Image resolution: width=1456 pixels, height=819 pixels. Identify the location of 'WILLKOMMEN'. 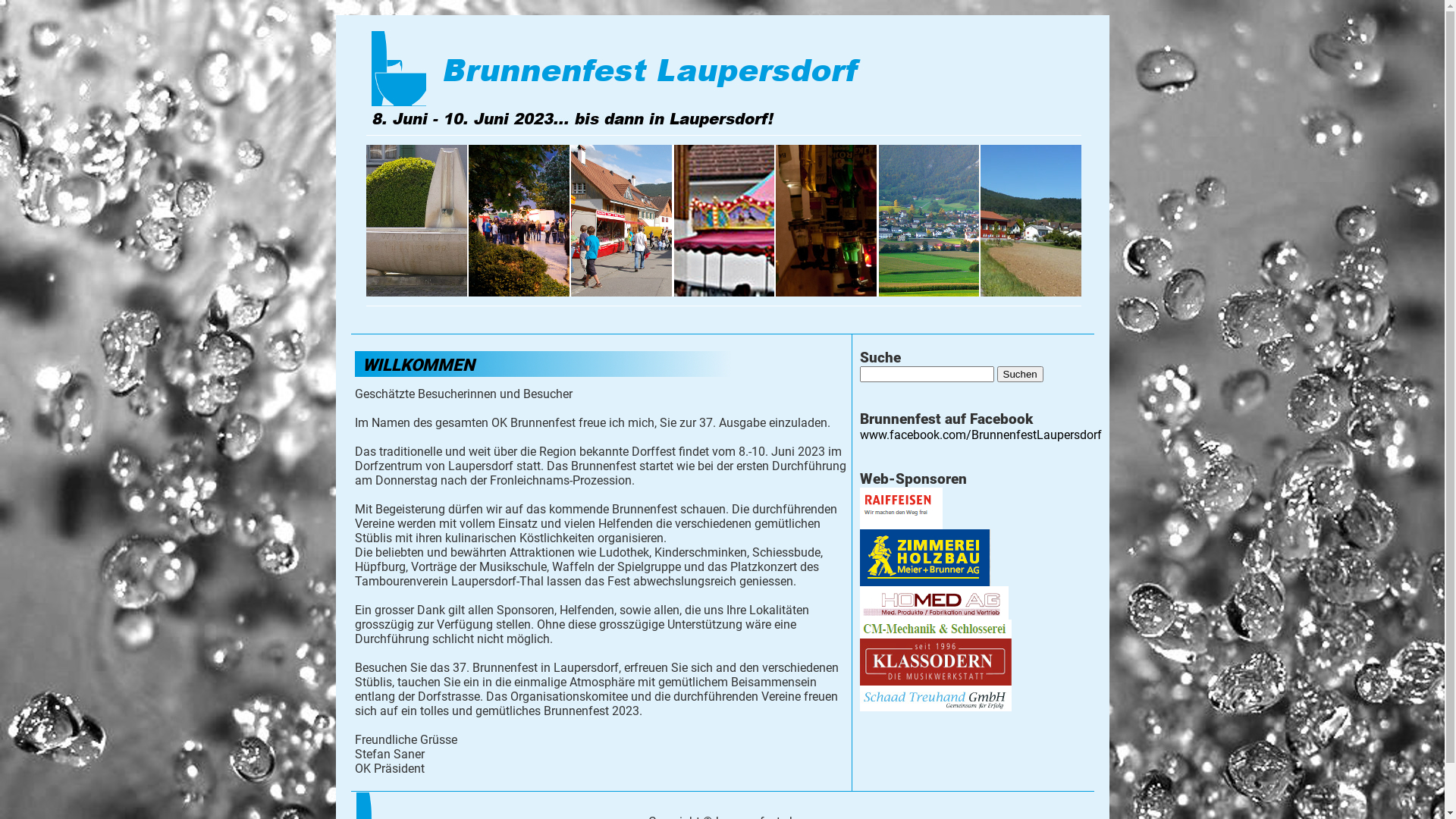
(419, 365).